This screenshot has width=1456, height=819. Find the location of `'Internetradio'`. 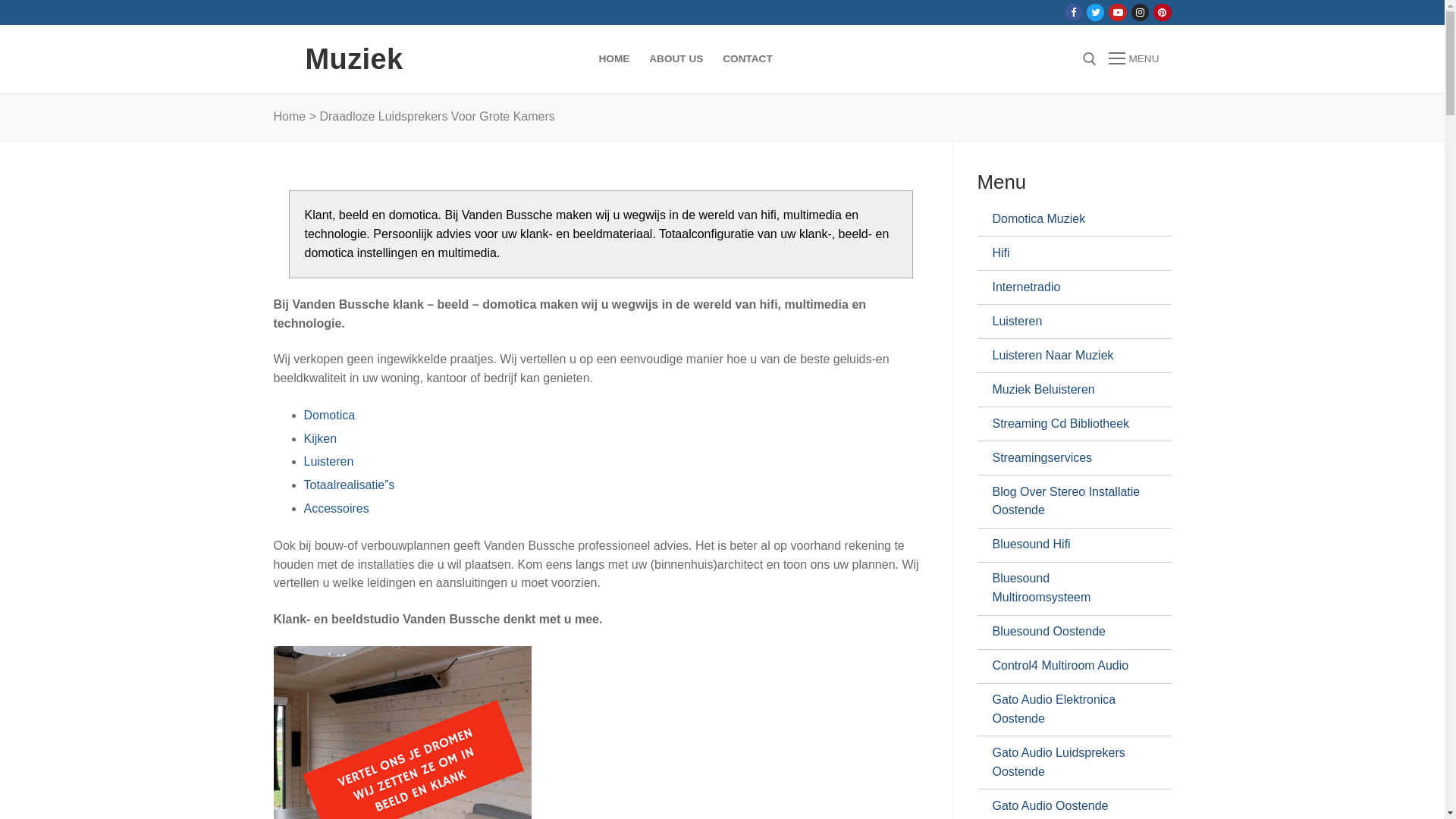

'Internetradio' is located at coordinates (1066, 287).